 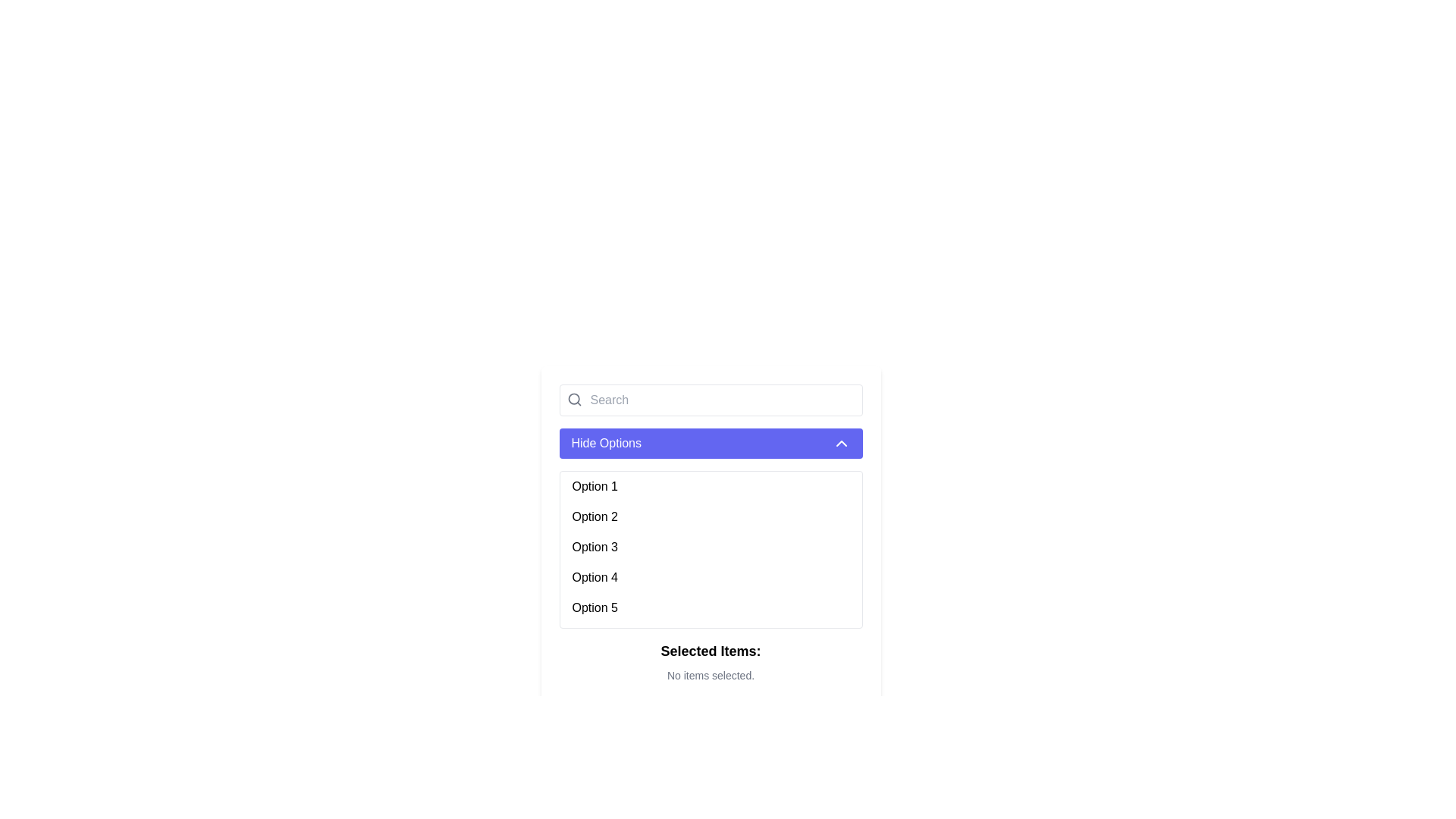 What do you see at coordinates (710, 486) in the screenshot?
I see `the list item labeled 'Option 1' in the dropdown menu` at bounding box center [710, 486].